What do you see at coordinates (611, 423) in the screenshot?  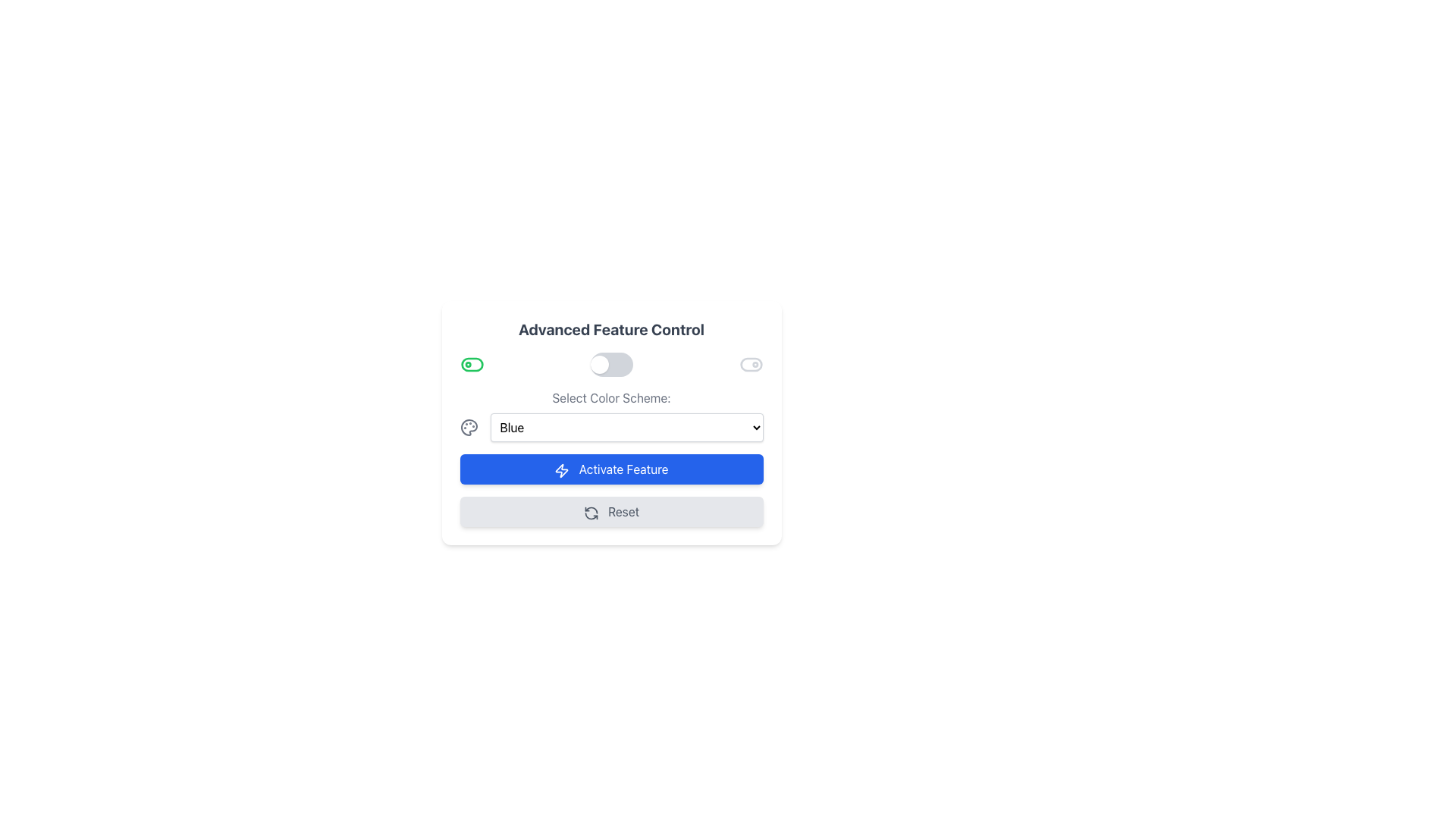 I see `an option from the dropdown menu labeled 'Blue', which is visually styled with a white background and rounded corners, located below the text 'Select Color Scheme:' and above the buttons 'Activate Feature' and 'Reset'` at bounding box center [611, 423].